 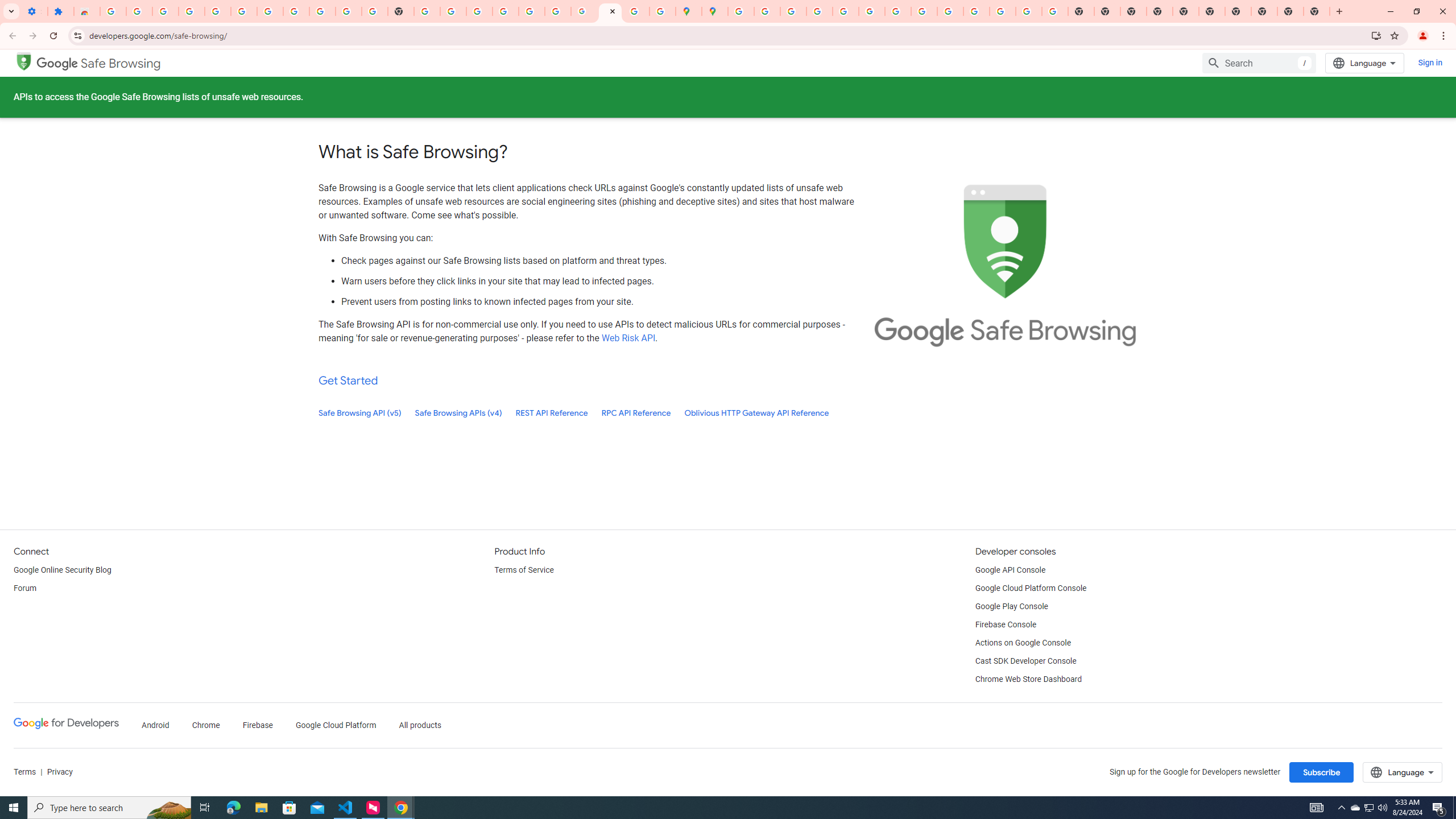 What do you see at coordinates (1028, 679) in the screenshot?
I see `'Chrome Web Store Dashboard'` at bounding box center [1028, 679].